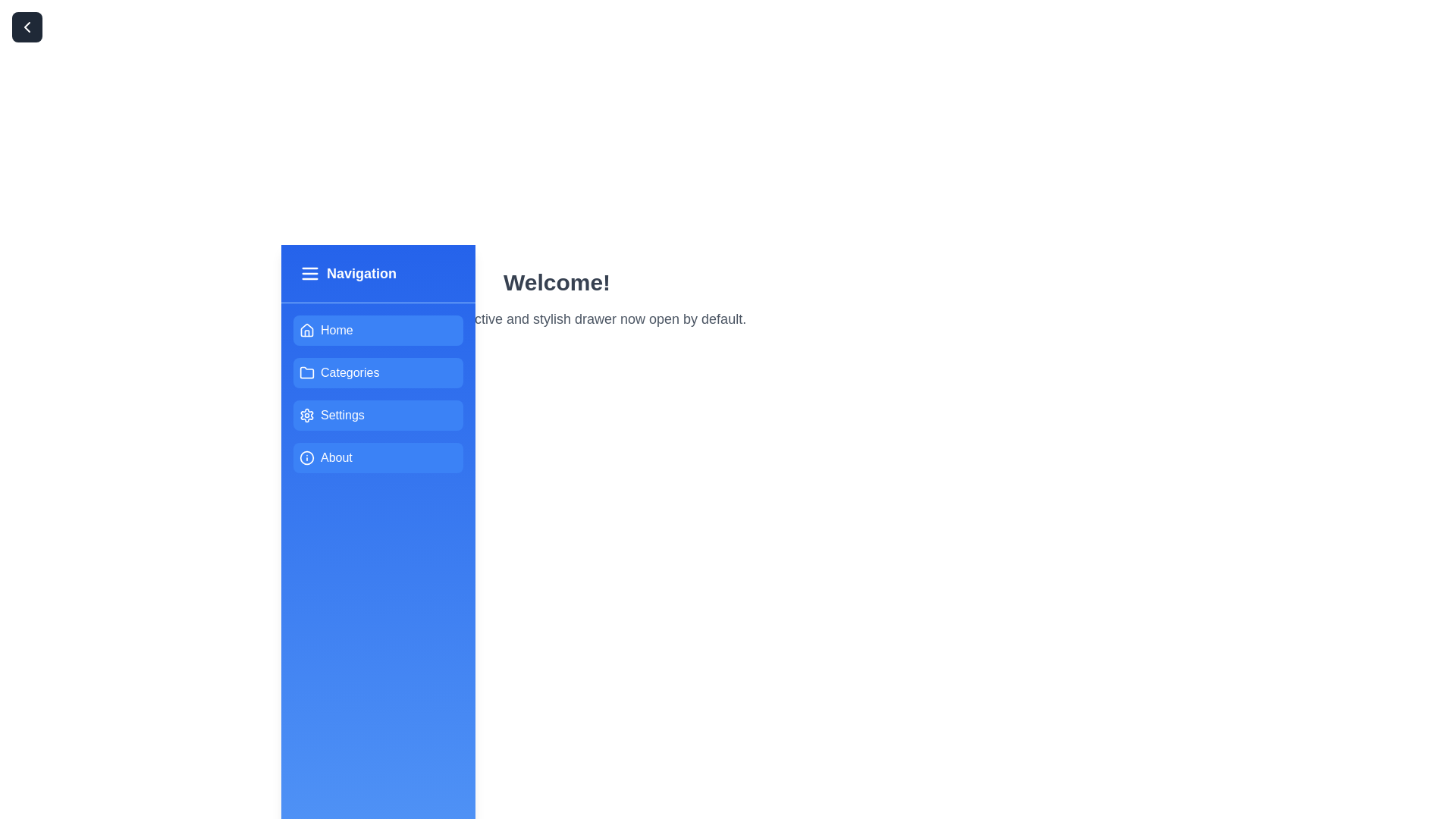 This screenshot has width=1456, height=819. Describe the element at coordinates (306, 415) in the screenshot. I see `the gear-shaped icon in the sidebar under the Settings button` at that location.